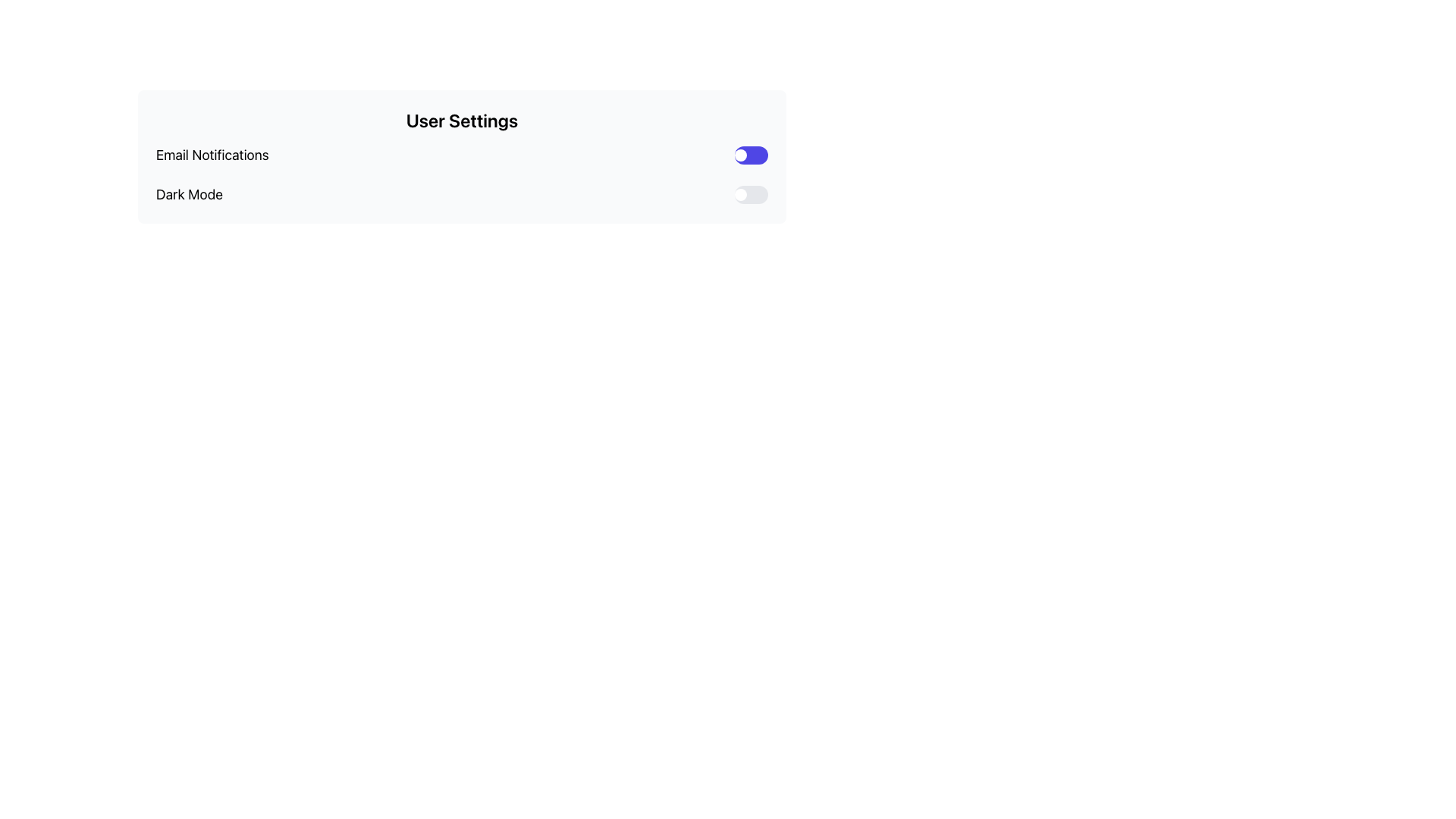 This screenshot has height=819, width=1456. Describe the element at coordinates (751, 194) in the screenshot. I see `the 'Dark Mode' toggle switch` at that location.